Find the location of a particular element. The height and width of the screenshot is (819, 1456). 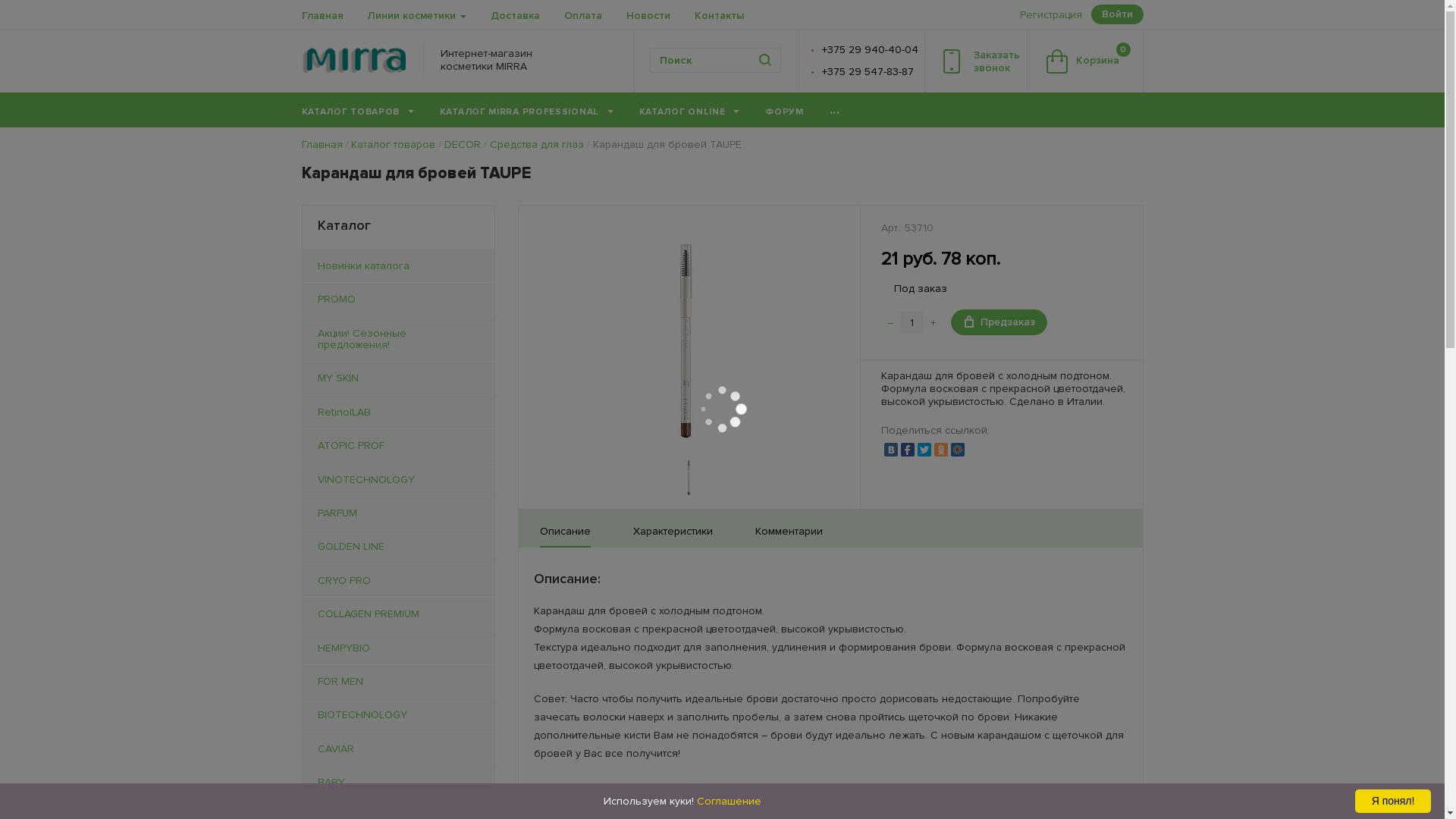

'+375 29 547-83-87' is located at coordinates (868, 71).